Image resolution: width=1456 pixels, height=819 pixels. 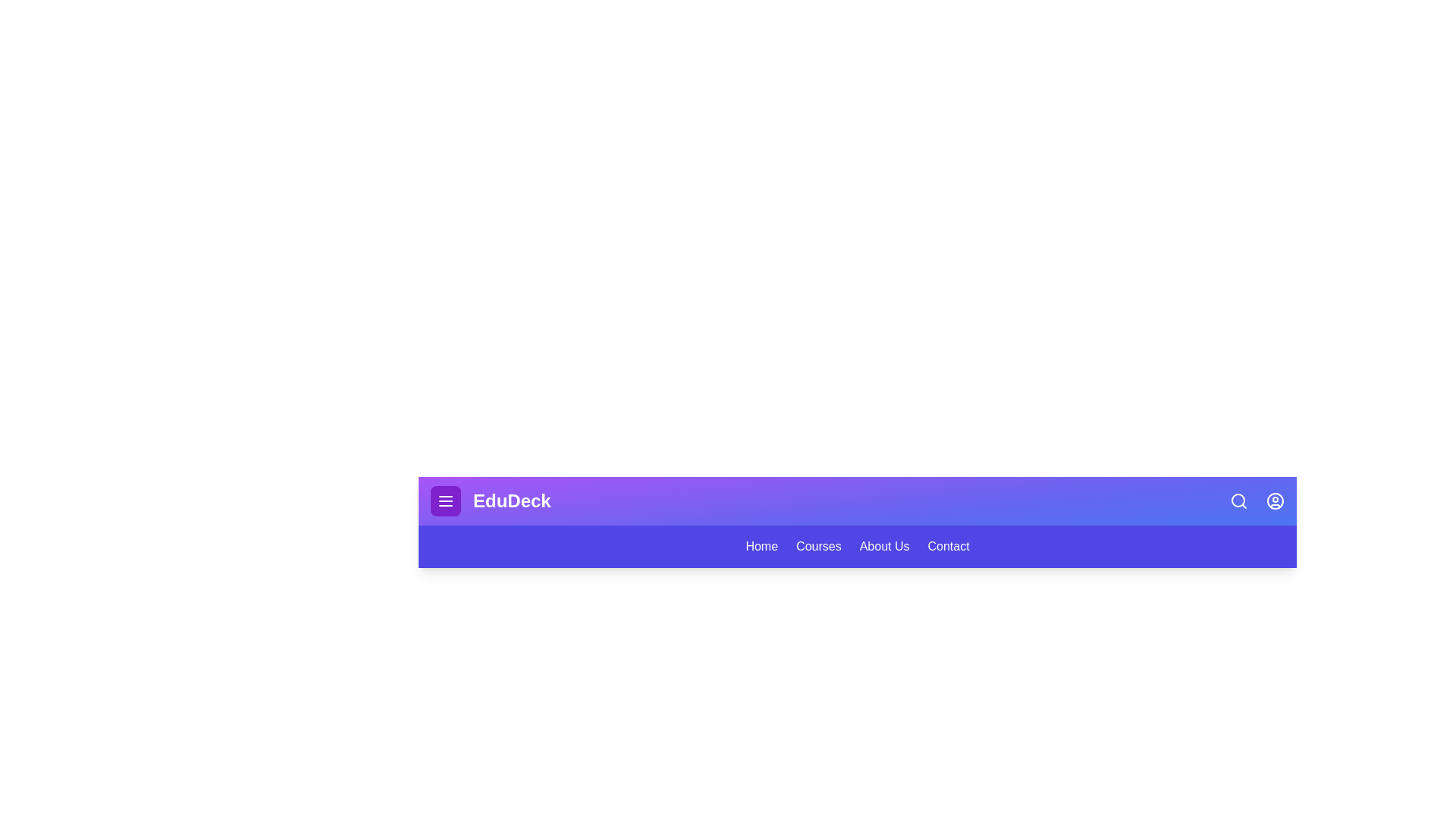 What do you see at coordinates (761, 547) in the screenshot?
I see `the menu item labeled Home to navigate to the corresponding section` at bounding box center [761, 547].